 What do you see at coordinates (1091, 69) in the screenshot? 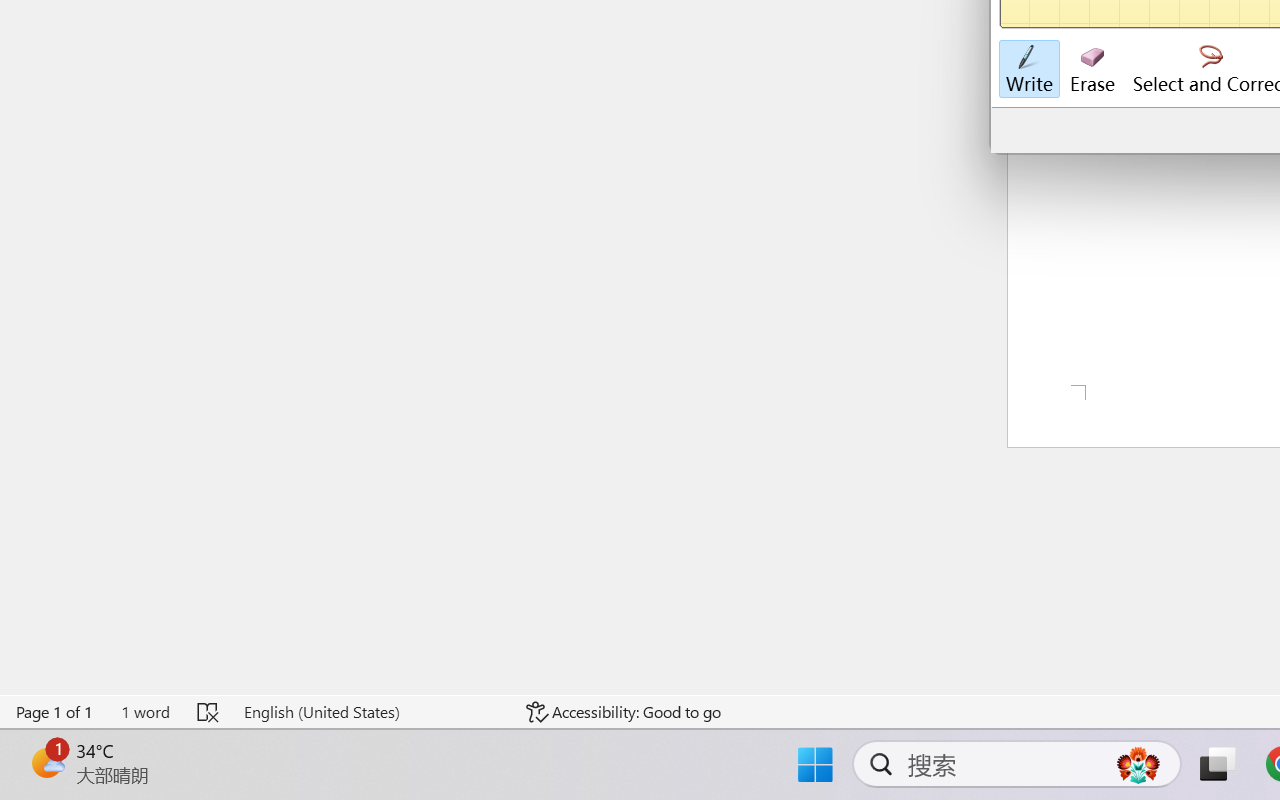
I see `'Erase'` at bounding box center [1091, 69].